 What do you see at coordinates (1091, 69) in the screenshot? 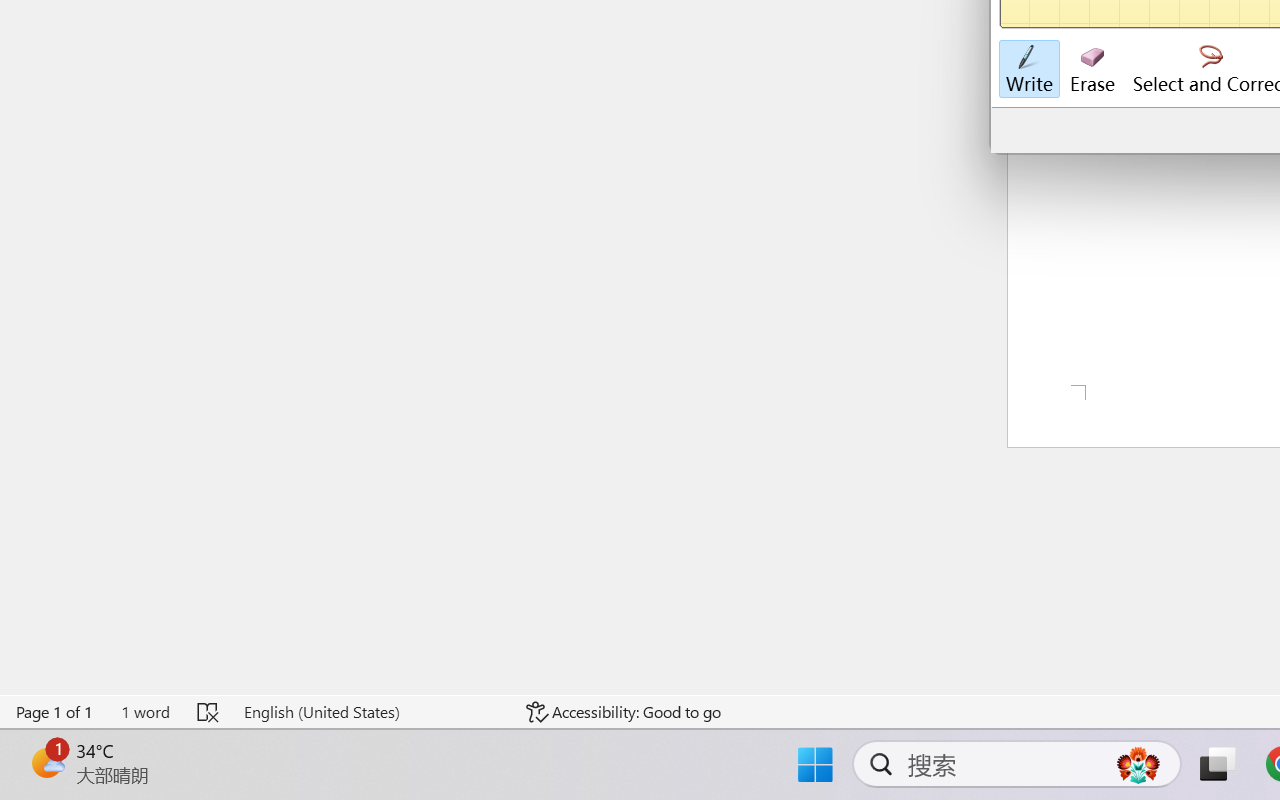
I see `'Erase'` at bounding box center [1091, 69].